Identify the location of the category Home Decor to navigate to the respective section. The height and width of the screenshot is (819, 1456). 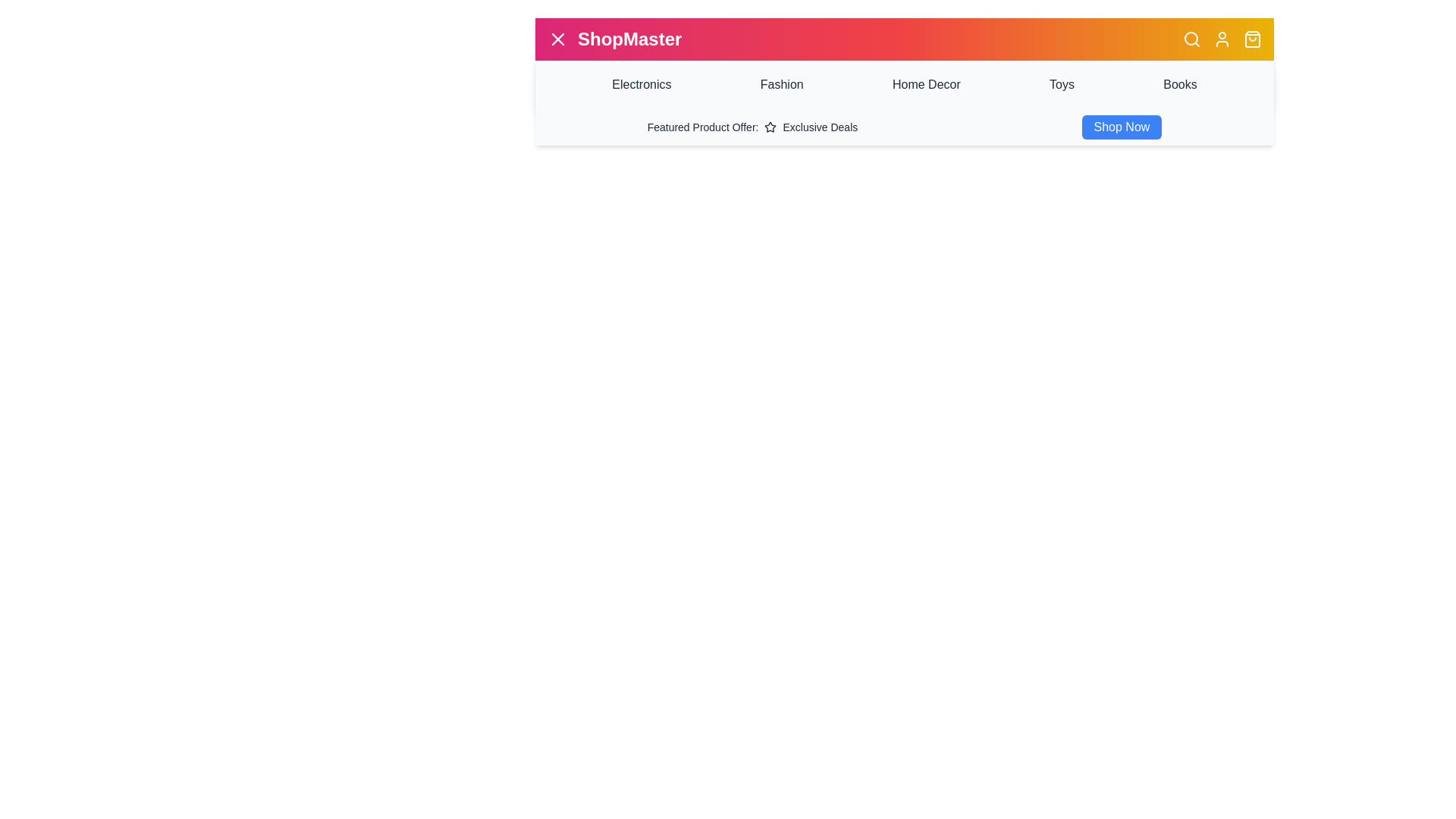
(925, 84).